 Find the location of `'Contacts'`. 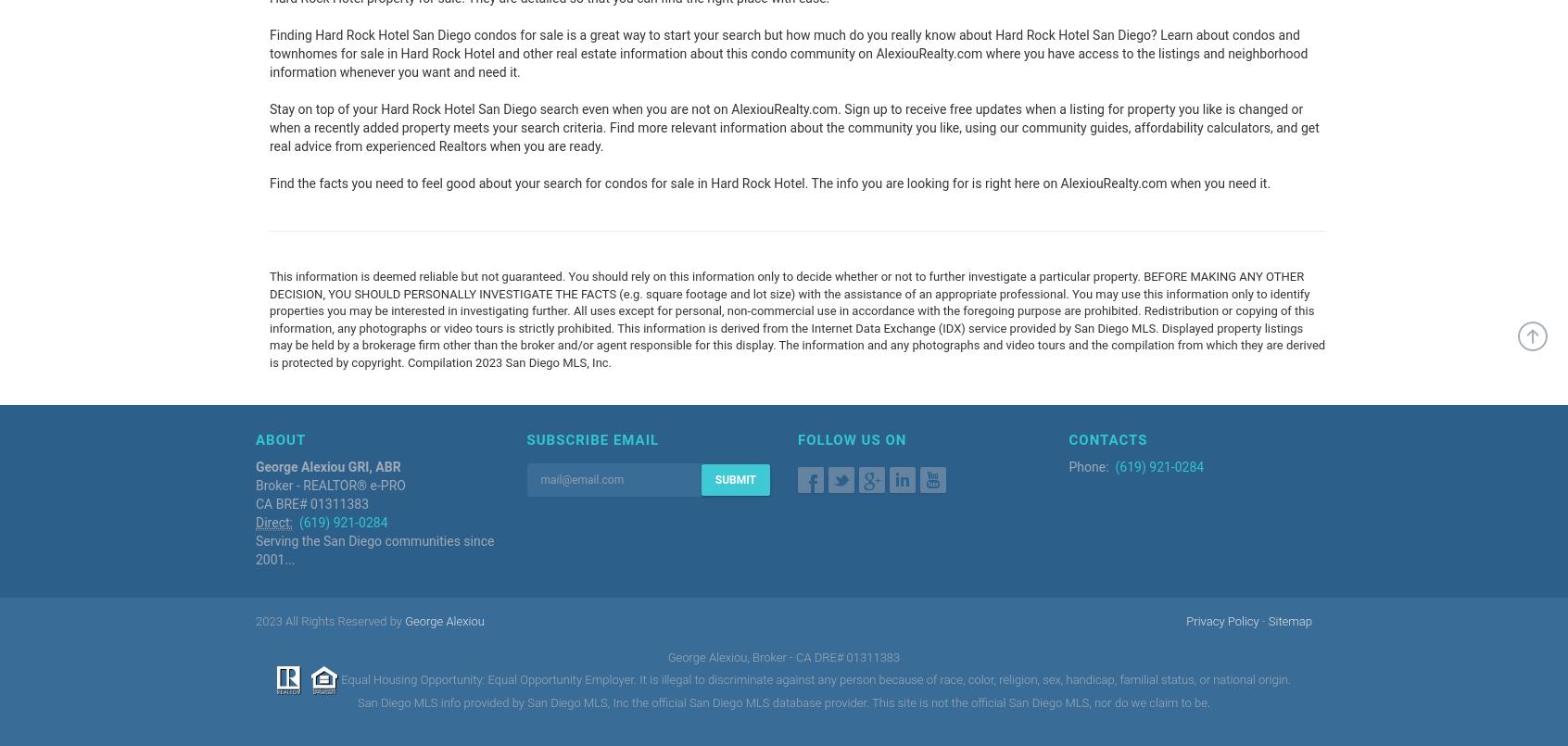

'Contacts' is located at coordinates (1106, 438).